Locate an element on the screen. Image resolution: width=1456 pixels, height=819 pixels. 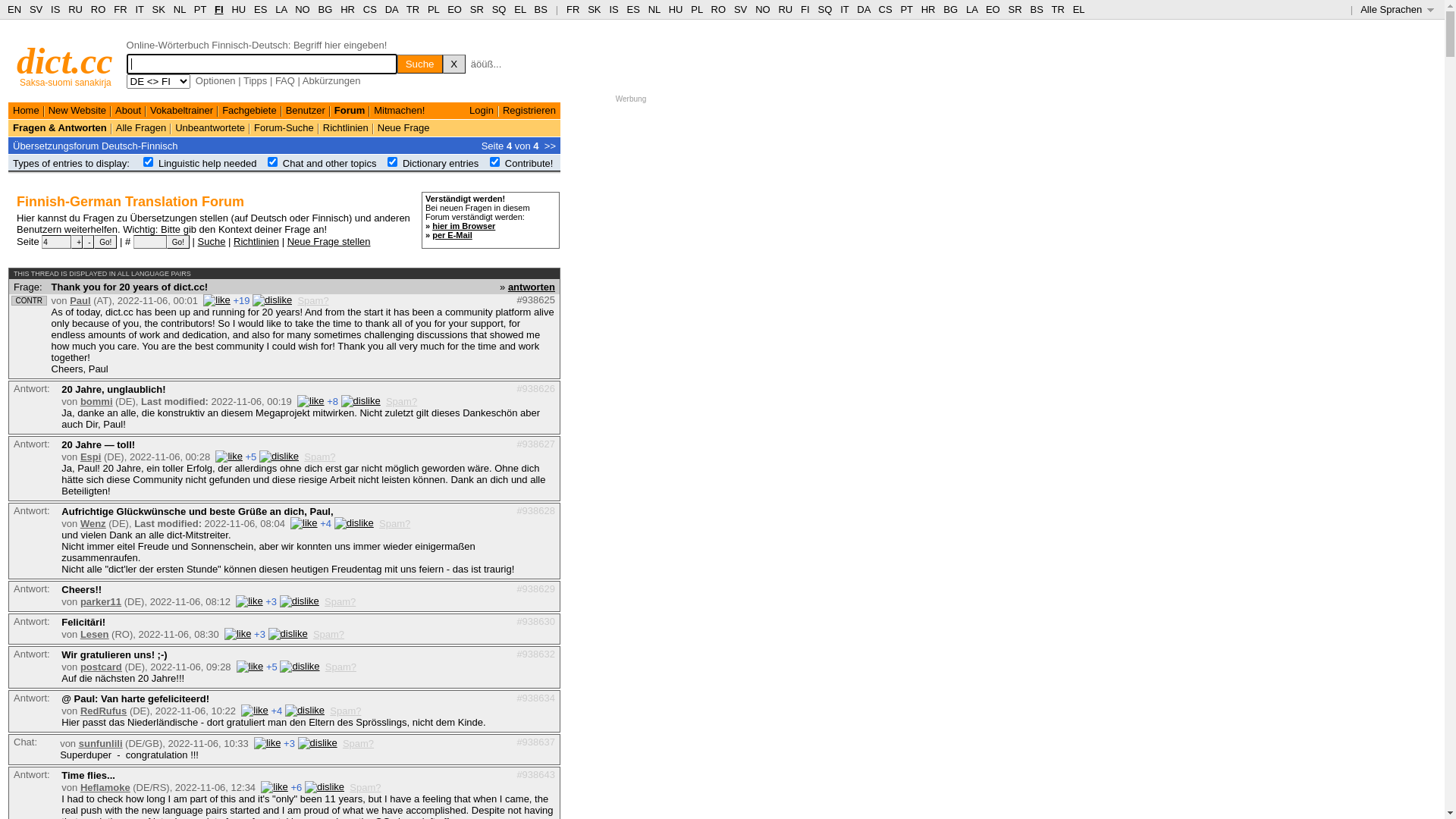
'Go!' is located at coordinates (167, 241).